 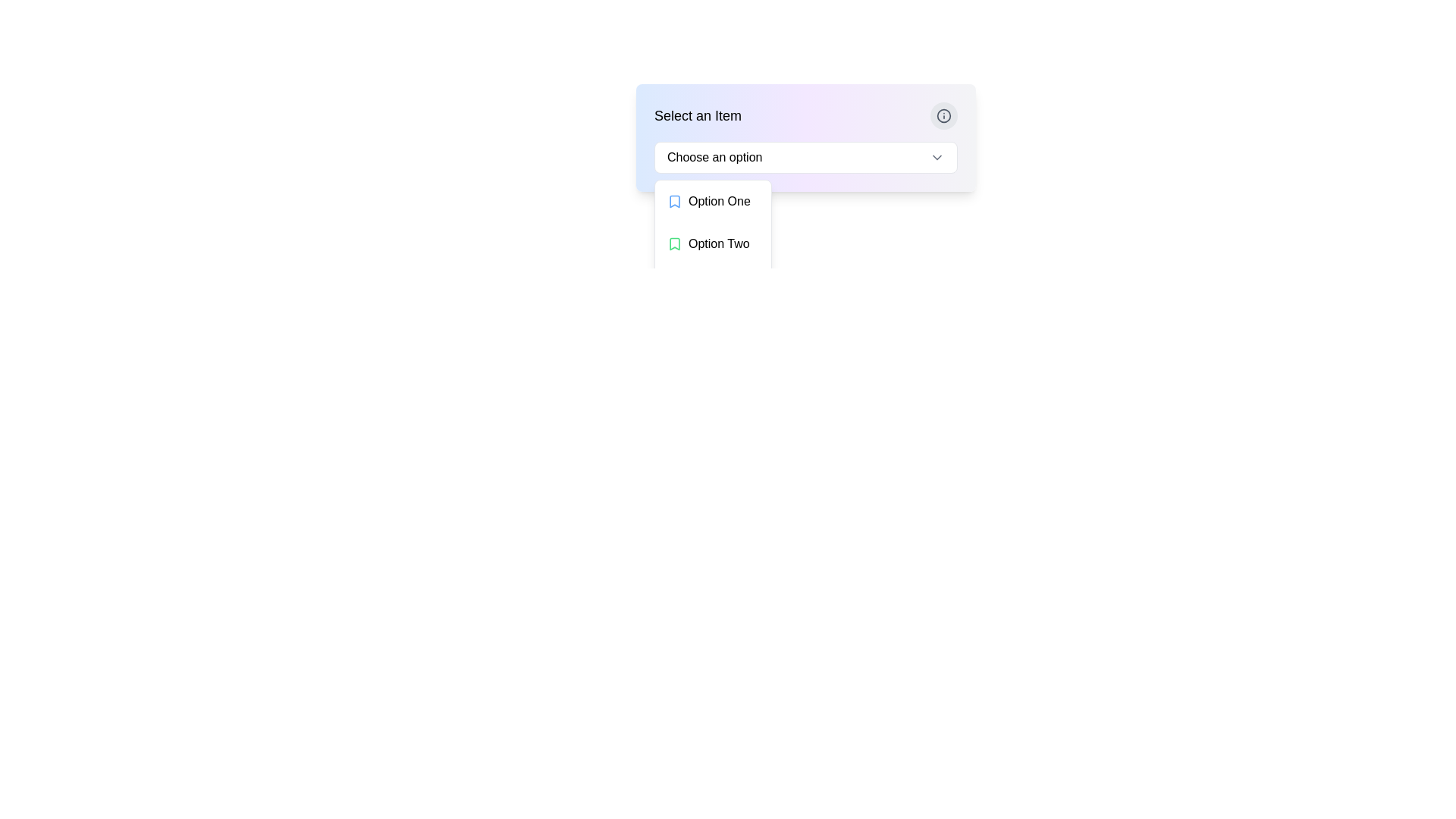 What do you see at coordinates (712, 243) in the screenshot?
I see `to select an option from the dropdown menu that appears below the 'Choose an option' button, which contains options with text descriptions and colored icons` at bounding box center [712, 243].